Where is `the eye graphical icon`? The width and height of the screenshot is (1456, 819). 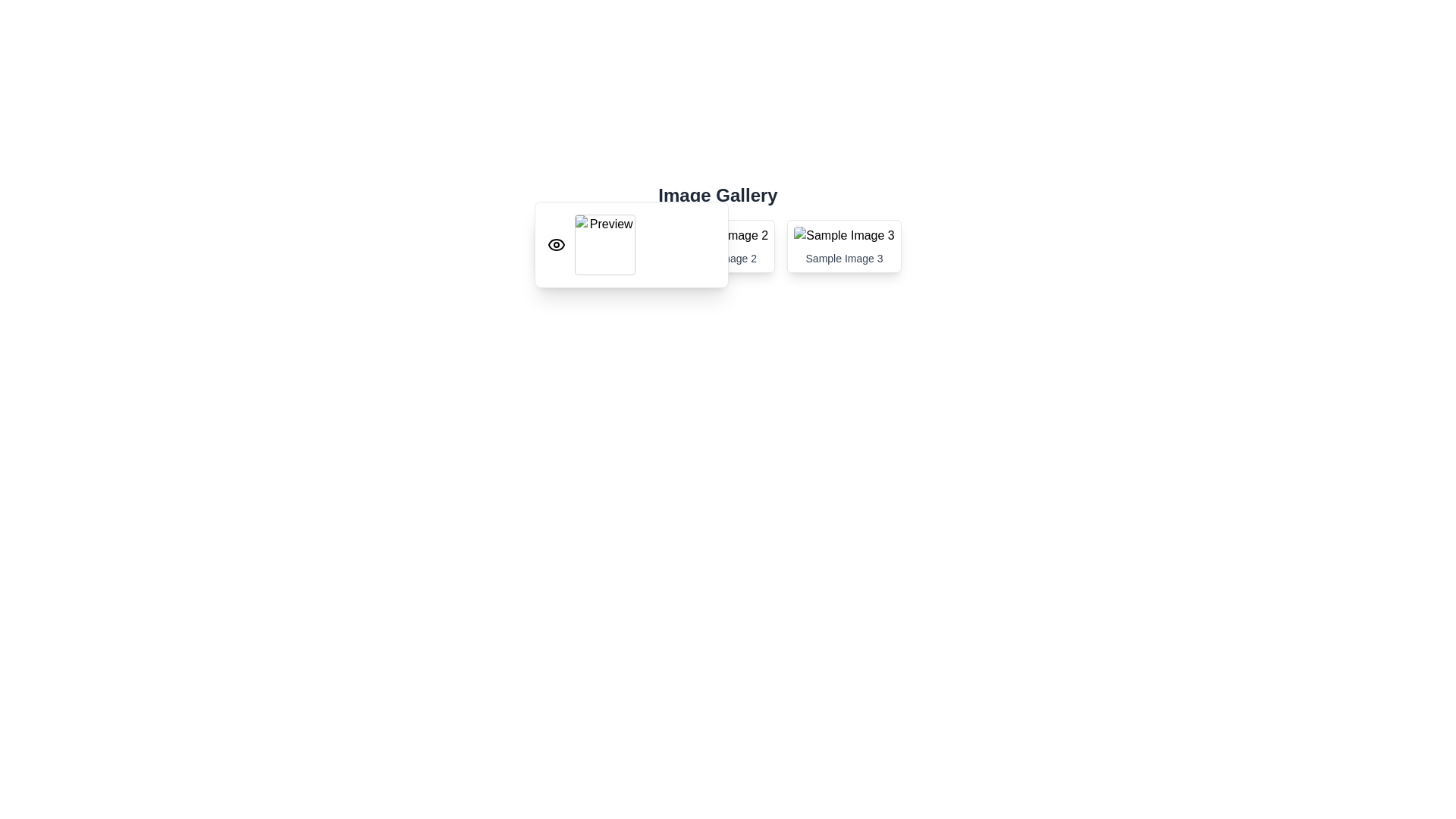 the eye graphical icon is located at coordinates (556, 244).